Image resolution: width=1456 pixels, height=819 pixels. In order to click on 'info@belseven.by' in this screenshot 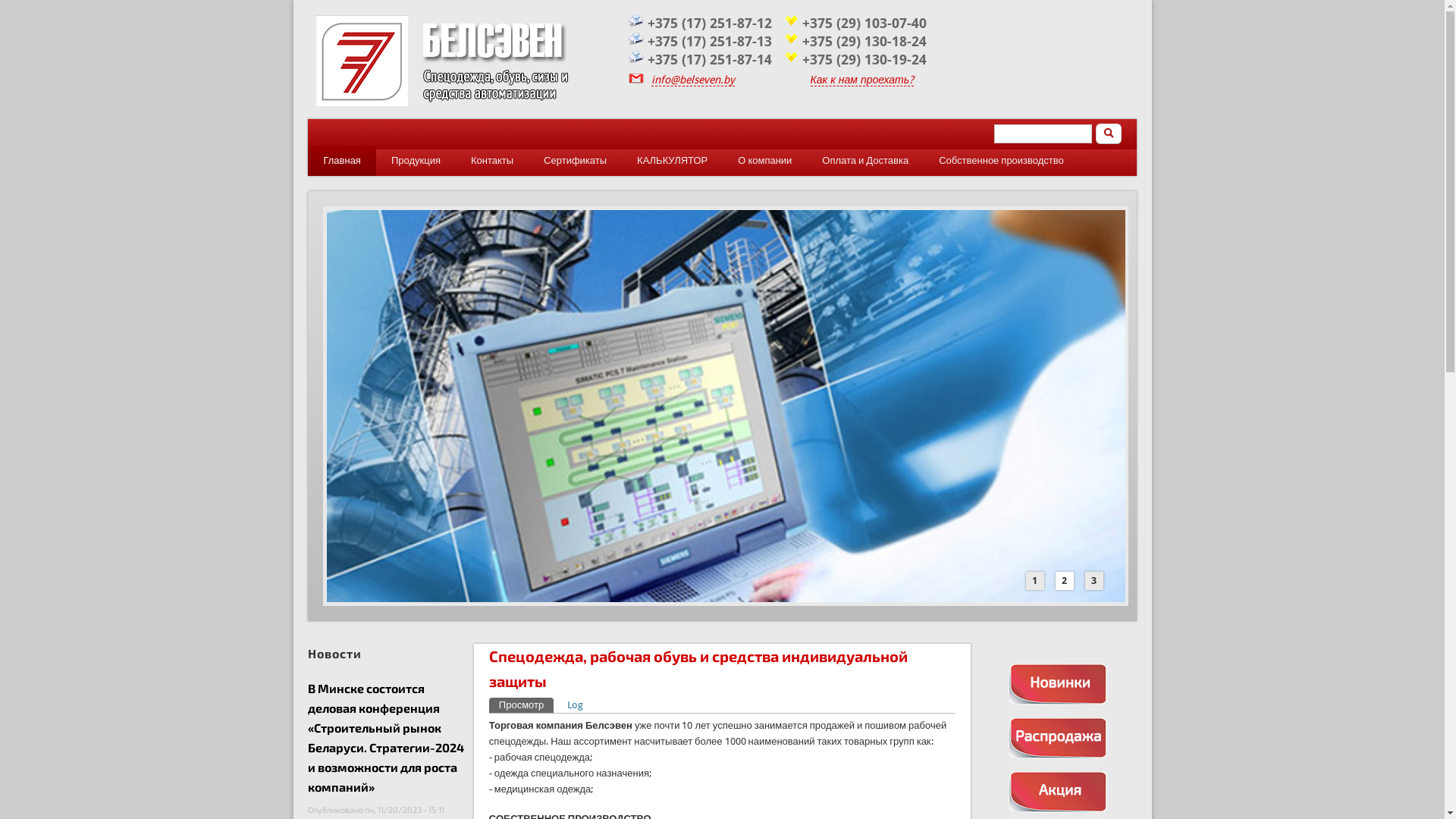, I will do `click(692, 80)`.